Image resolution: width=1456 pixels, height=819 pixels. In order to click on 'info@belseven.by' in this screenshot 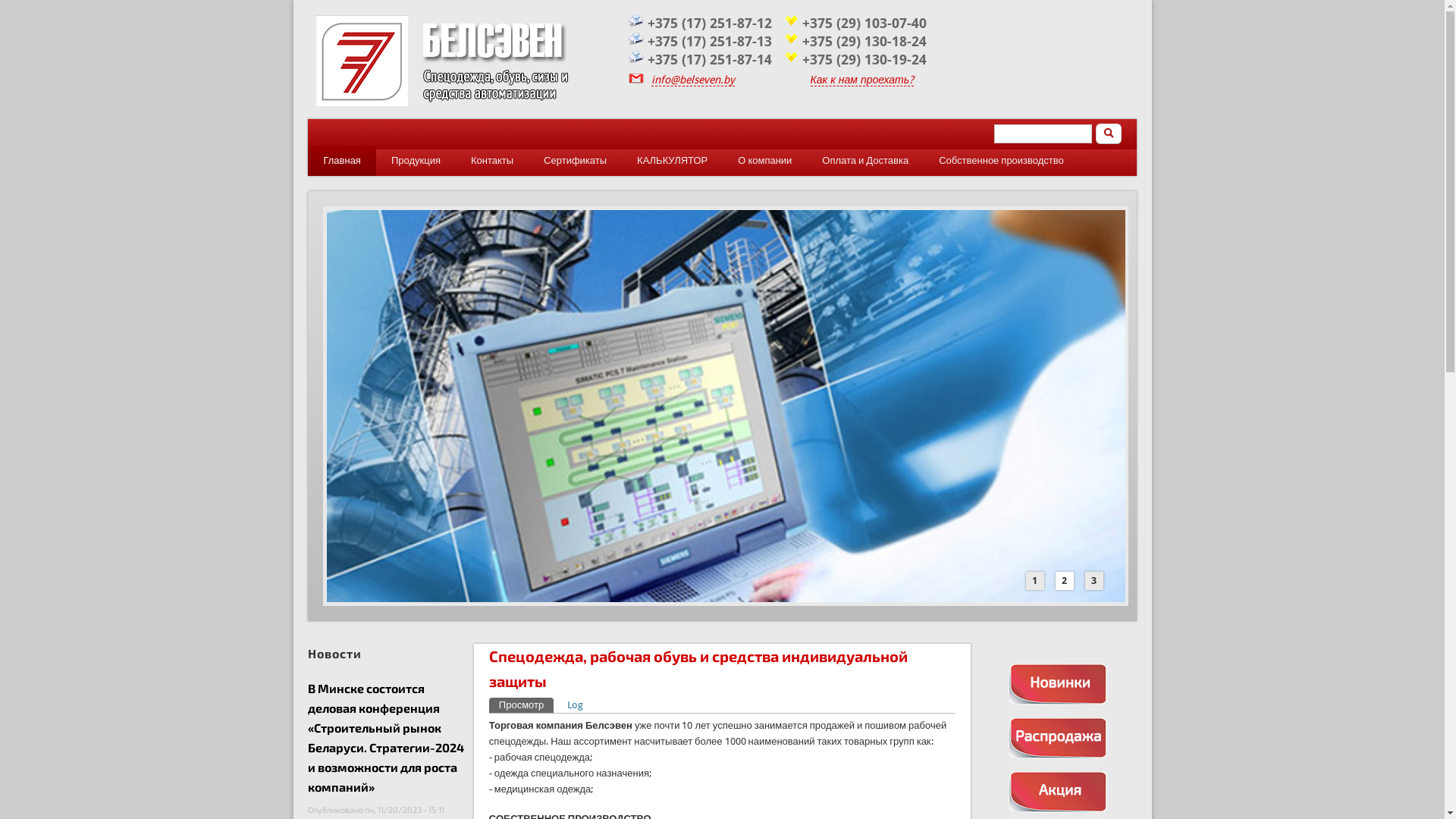, I will do `click(692, 80)`.